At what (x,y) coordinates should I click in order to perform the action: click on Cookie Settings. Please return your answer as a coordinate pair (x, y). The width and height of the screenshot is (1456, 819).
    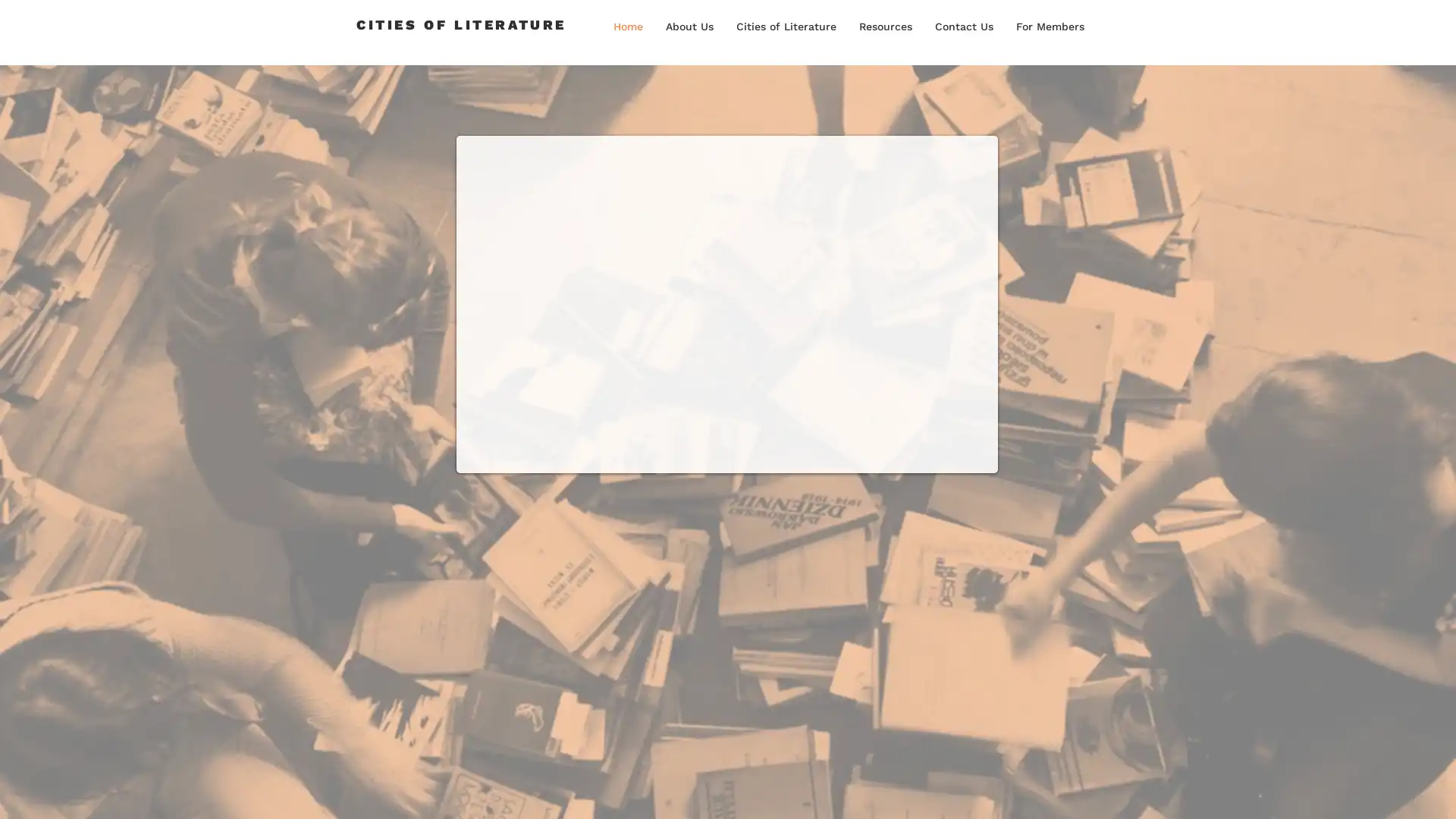
    Looking at the image, I should click on (1291, 792).